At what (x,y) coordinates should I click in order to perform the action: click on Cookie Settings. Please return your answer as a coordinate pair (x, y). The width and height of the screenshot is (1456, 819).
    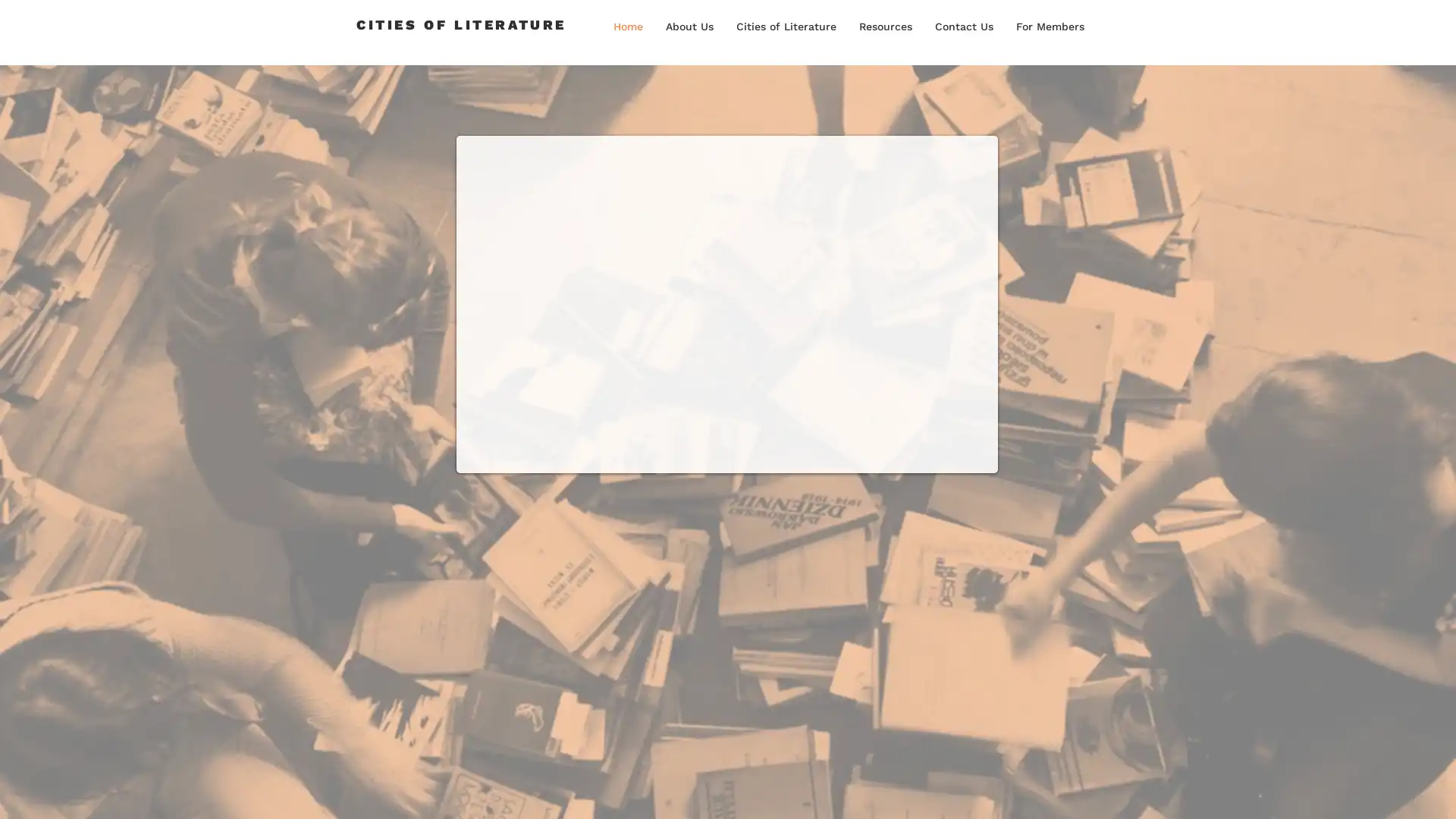
    Looking at the image, I should click on (1291, 792).